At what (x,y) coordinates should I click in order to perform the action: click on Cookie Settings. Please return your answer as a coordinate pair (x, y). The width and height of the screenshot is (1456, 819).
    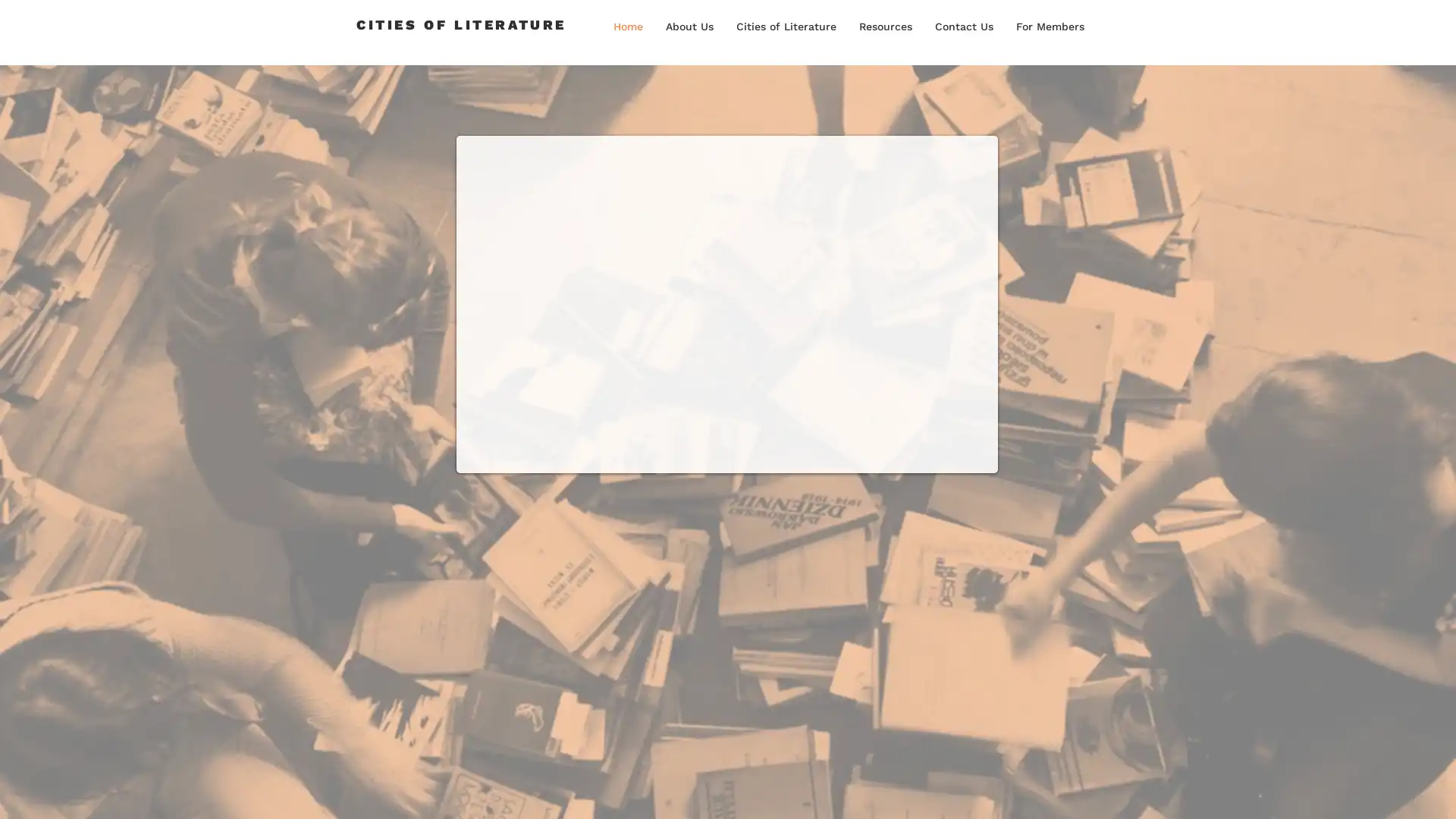
    Looking at the image, I should click on (1291, 792).